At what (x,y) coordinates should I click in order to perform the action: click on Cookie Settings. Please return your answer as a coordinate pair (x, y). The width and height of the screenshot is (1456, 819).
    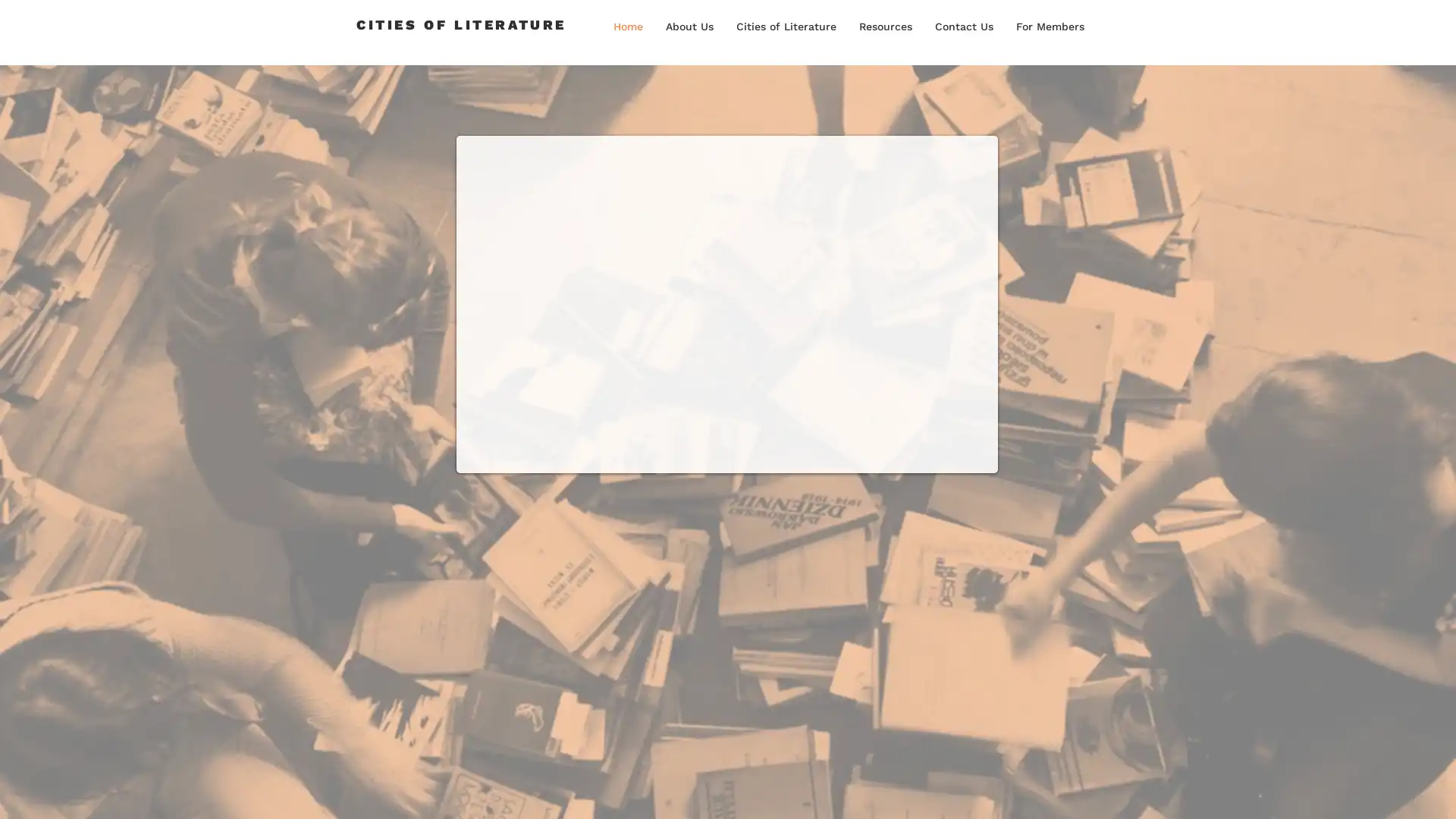
    Looking at the image, I should click on (1291, 792).